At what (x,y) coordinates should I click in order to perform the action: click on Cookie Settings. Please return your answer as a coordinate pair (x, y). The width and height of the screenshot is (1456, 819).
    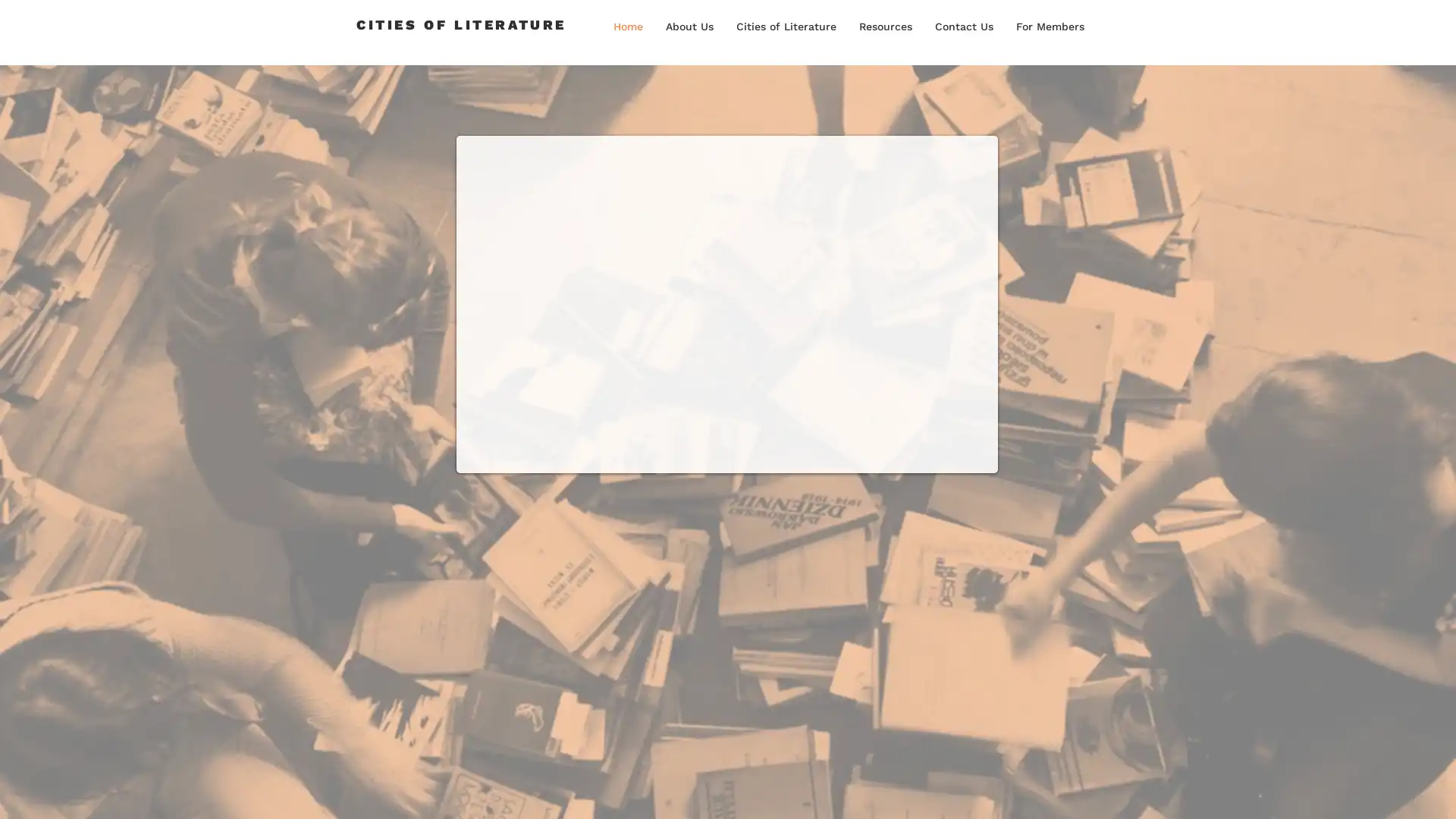
    Looking at the image, I should click on (1291, 792).